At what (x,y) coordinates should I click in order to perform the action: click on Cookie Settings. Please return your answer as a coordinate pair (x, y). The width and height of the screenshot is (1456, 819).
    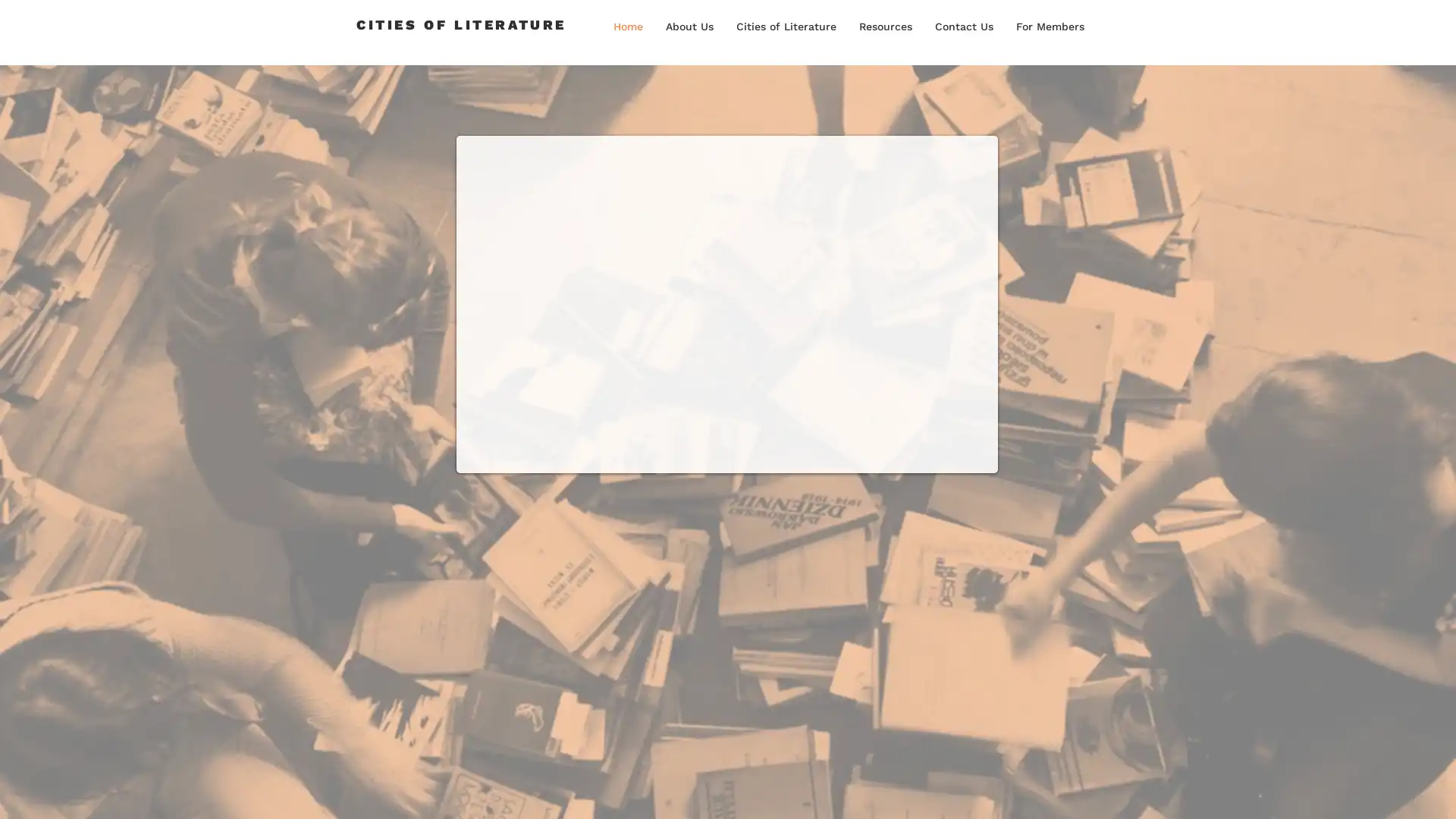
    Looking at the image, I should click on (1291, 792).